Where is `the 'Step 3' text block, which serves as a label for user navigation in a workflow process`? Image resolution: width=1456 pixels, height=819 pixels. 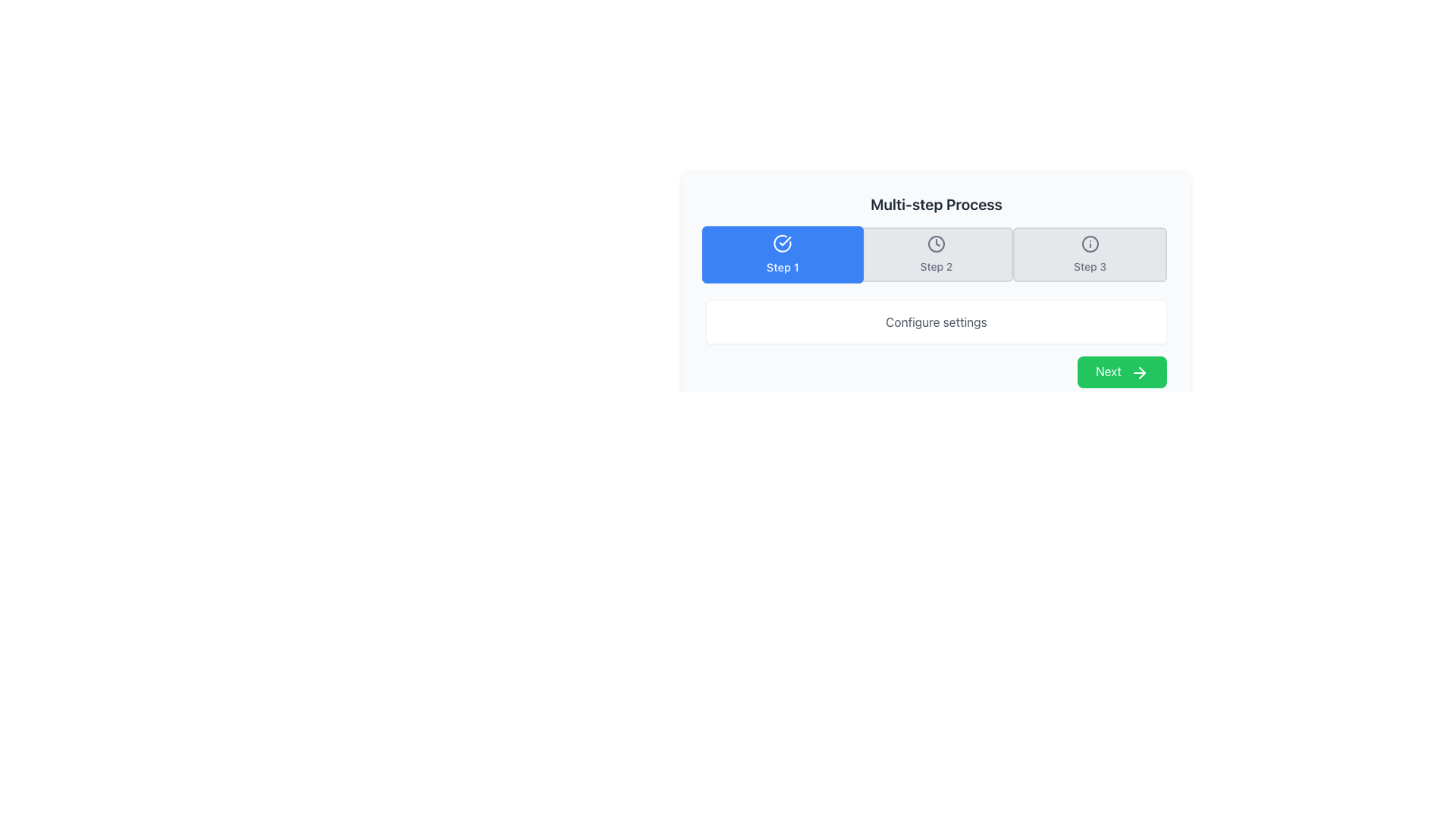 the 'Step 3' text block, which serves as a label for user navigation in a workflow process is located at coordinates (1089, 265).